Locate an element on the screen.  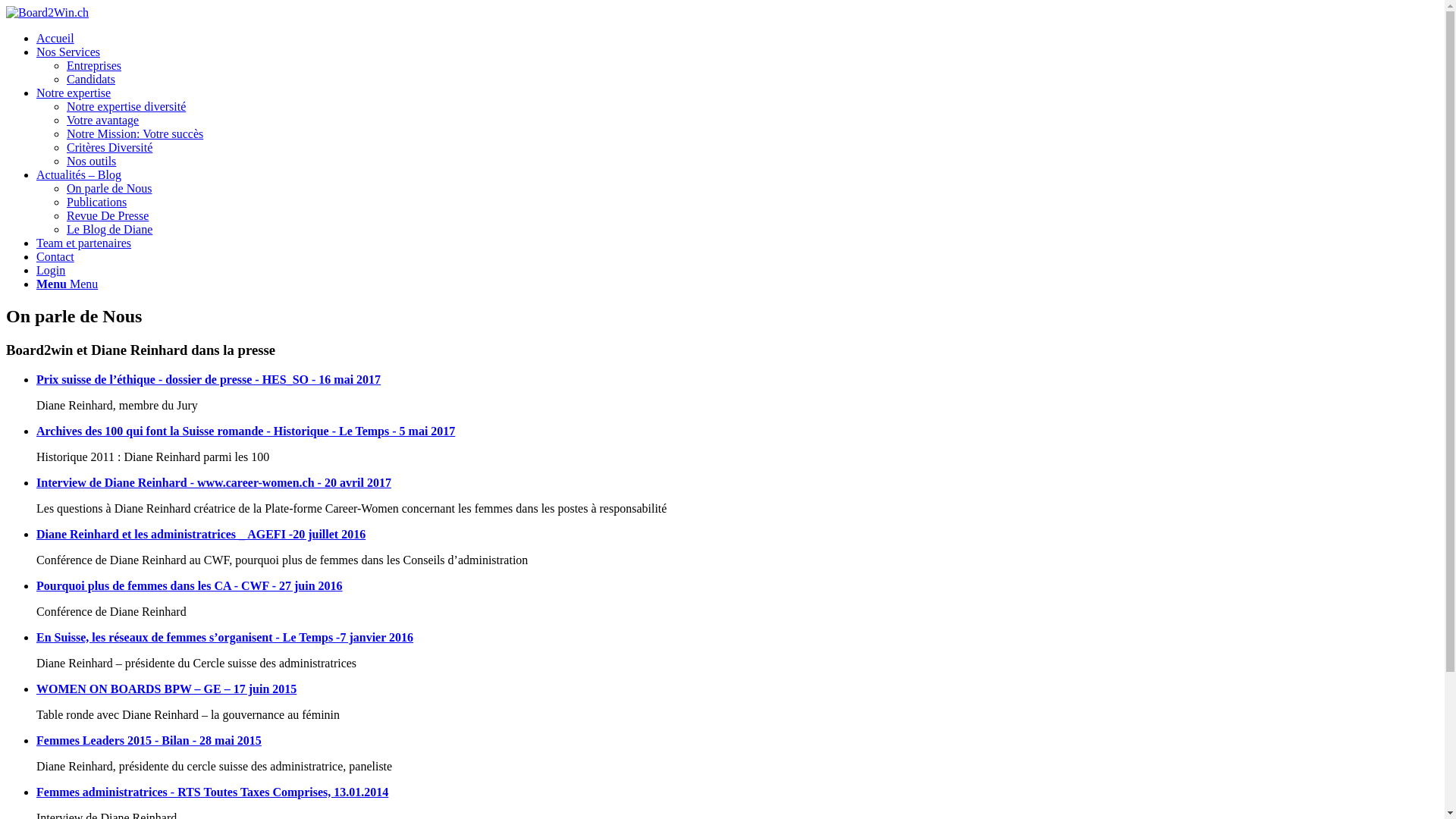
'Publications' is located at coordinates (65, 201).